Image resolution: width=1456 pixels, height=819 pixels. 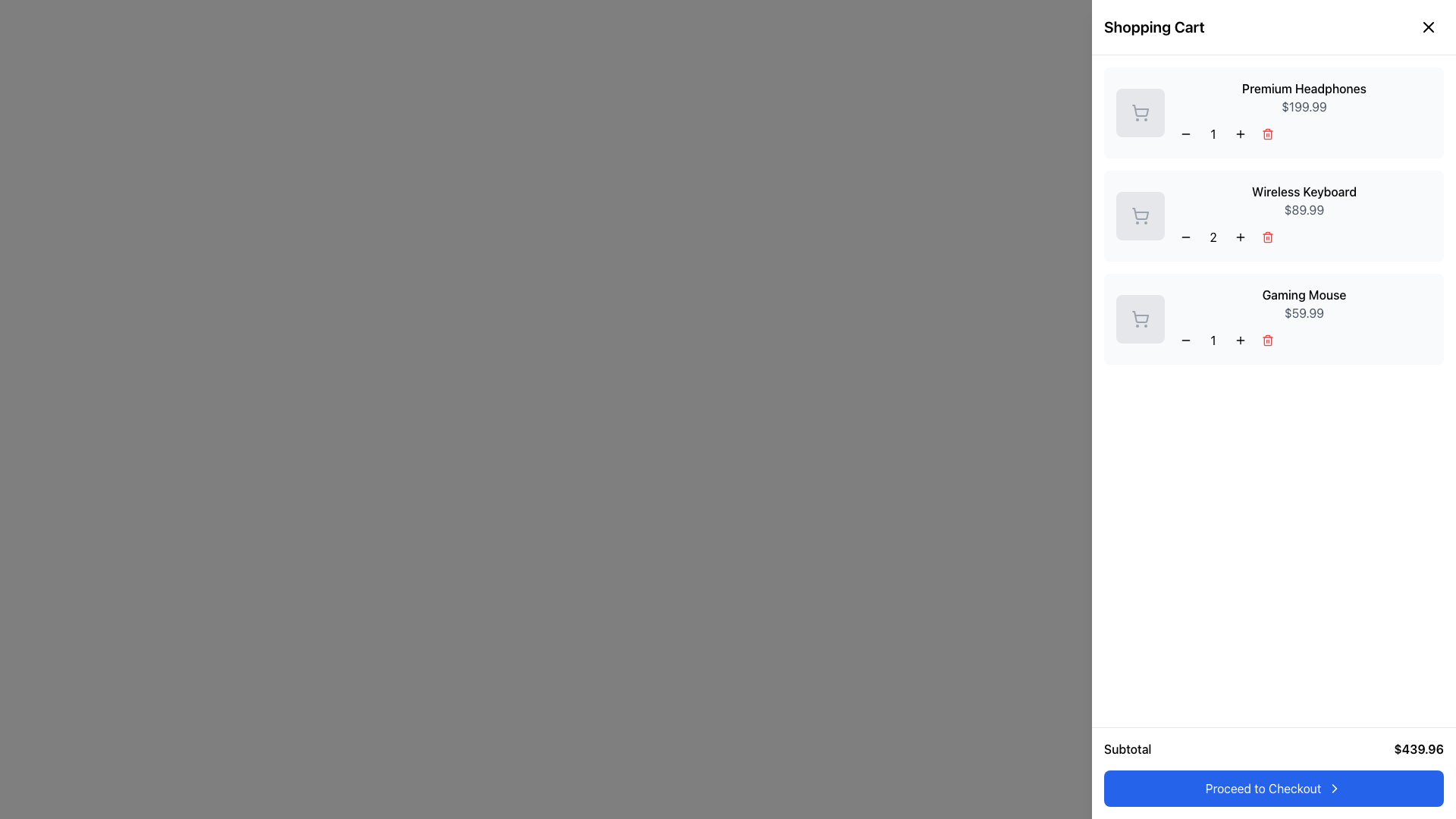 What do you see at coordinates (1267, 339) in the screenshot?
I see `the small red trash bin icon button located within the 'Gaming Mouse' item in the shopping cart` at bounding box center [1267, 339].